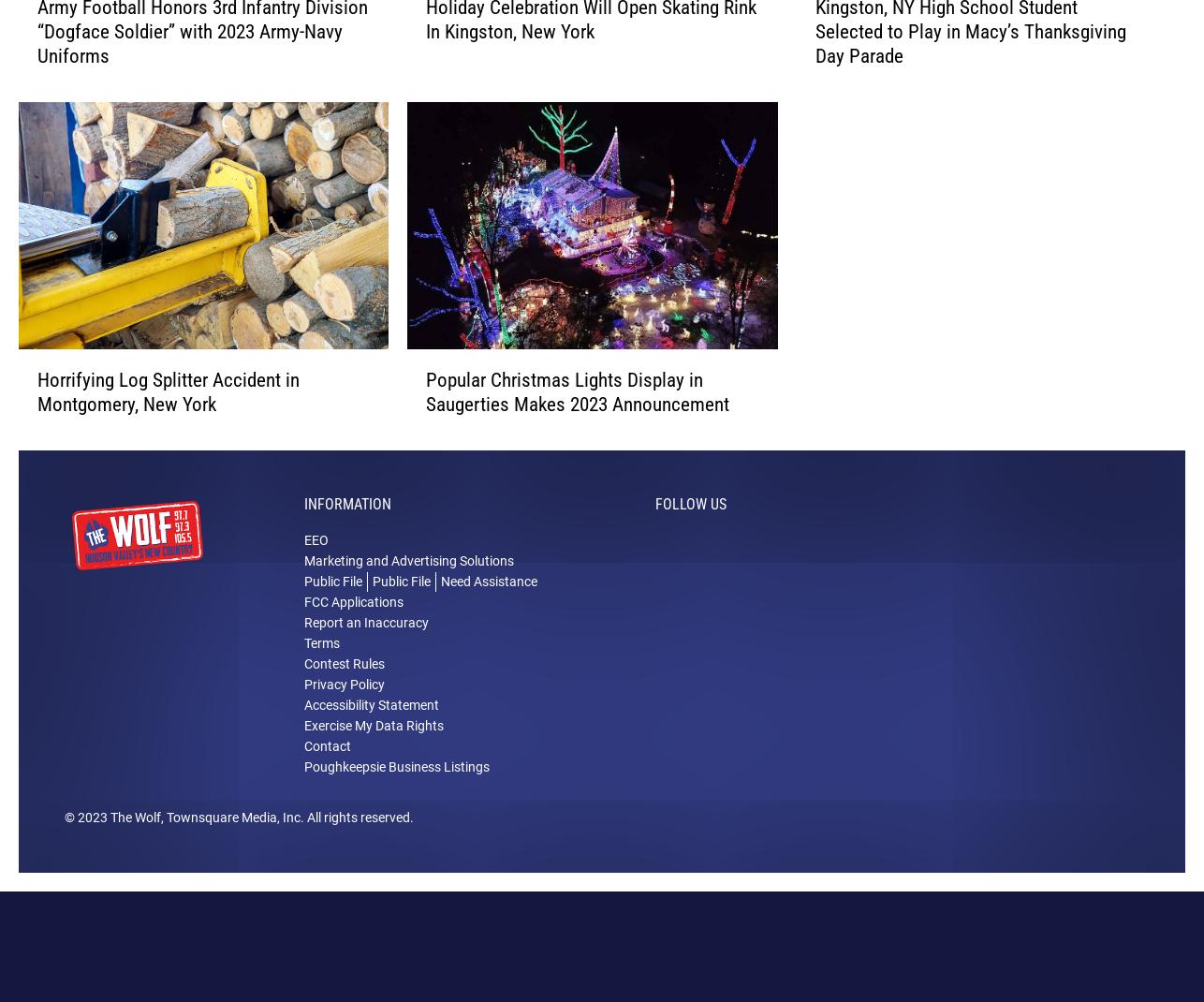 The width and height of the screenshot is (1204, 1002). What do you see at coordinates (395, 796) in the screenshot?
I see `'Poughkeepsie Business Listings'` at bounding box center [395, 796].